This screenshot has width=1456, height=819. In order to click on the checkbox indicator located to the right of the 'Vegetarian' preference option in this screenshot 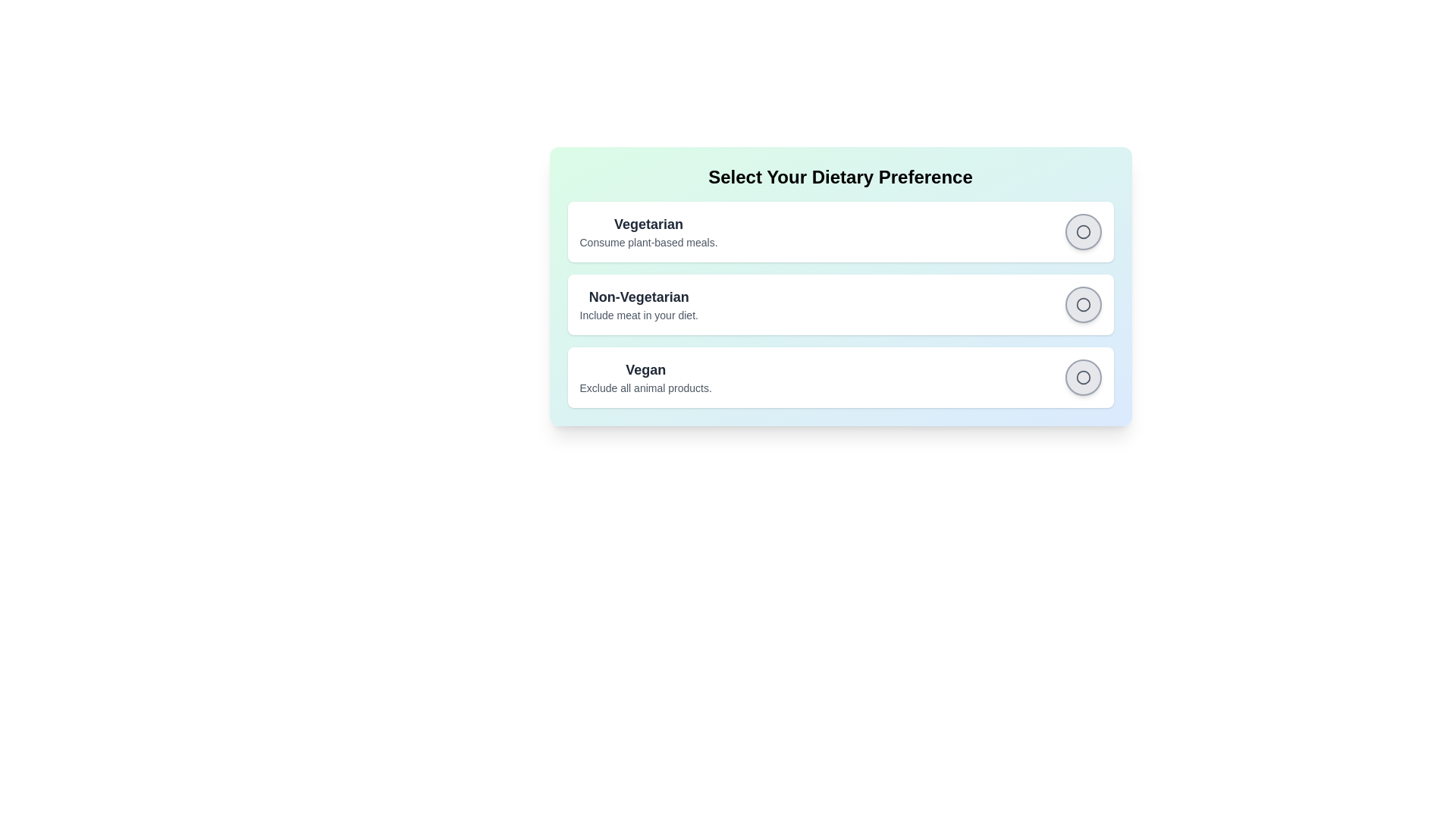, I will do `click(1082, 231)`.